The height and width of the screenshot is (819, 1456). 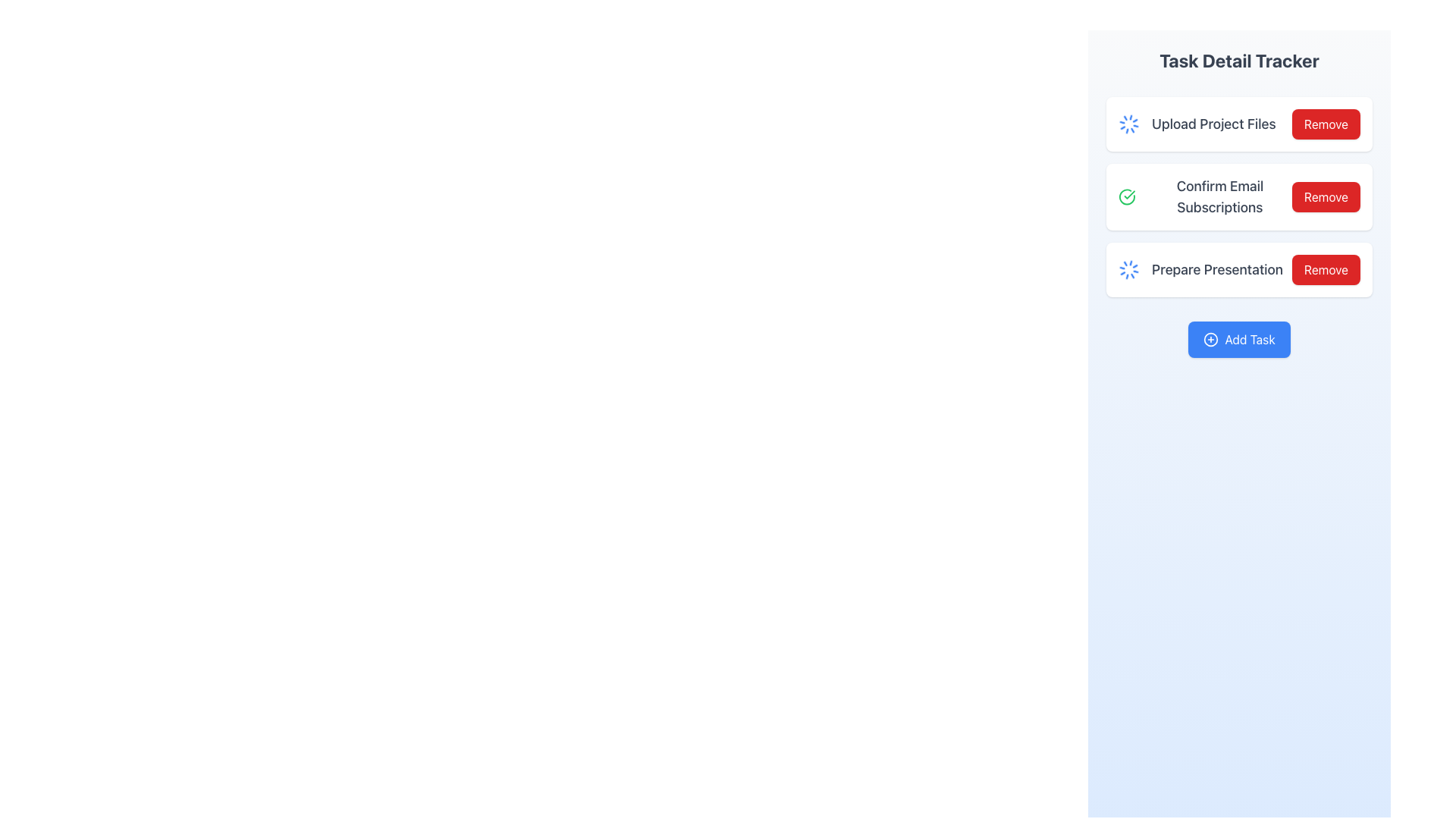 What do you see at coordinates (1219, 196) in the screenshot?
I see `the text label indicating the task to confirm email subscriptions, located in the second position among the tasks in the 'Task Detail Tracker' section` at bounding box center [1219, 196].